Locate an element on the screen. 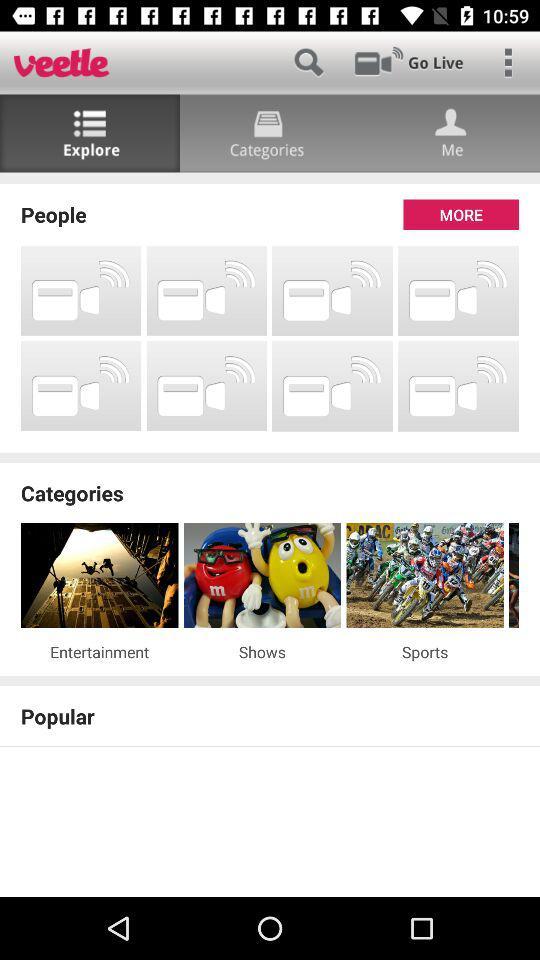  to go to person 's own profile is located at coordinates (449, 132).